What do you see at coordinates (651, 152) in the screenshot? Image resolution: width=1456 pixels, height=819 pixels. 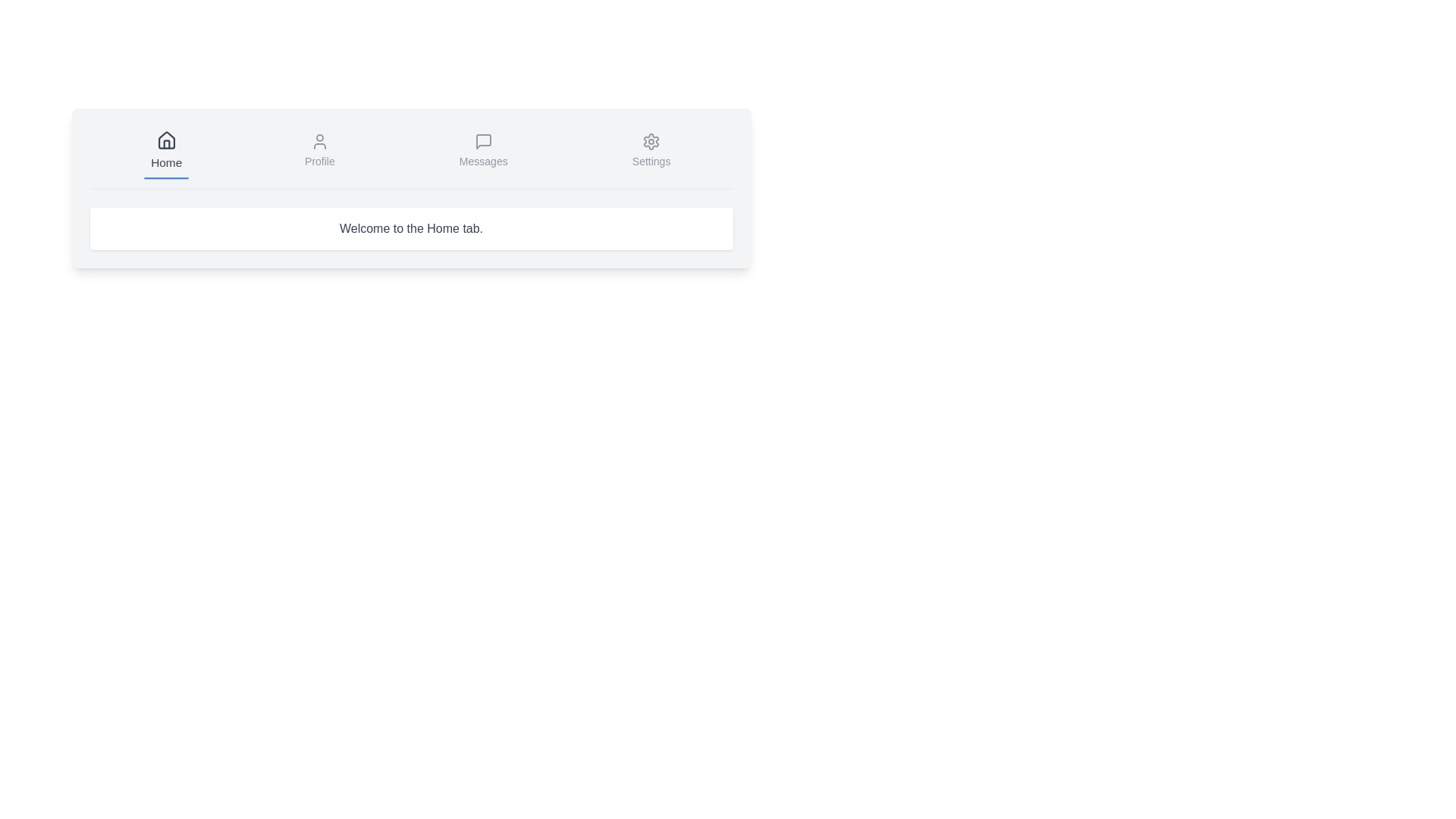 I see `the tab button labeled Settings` at bounding box center [651, 152].